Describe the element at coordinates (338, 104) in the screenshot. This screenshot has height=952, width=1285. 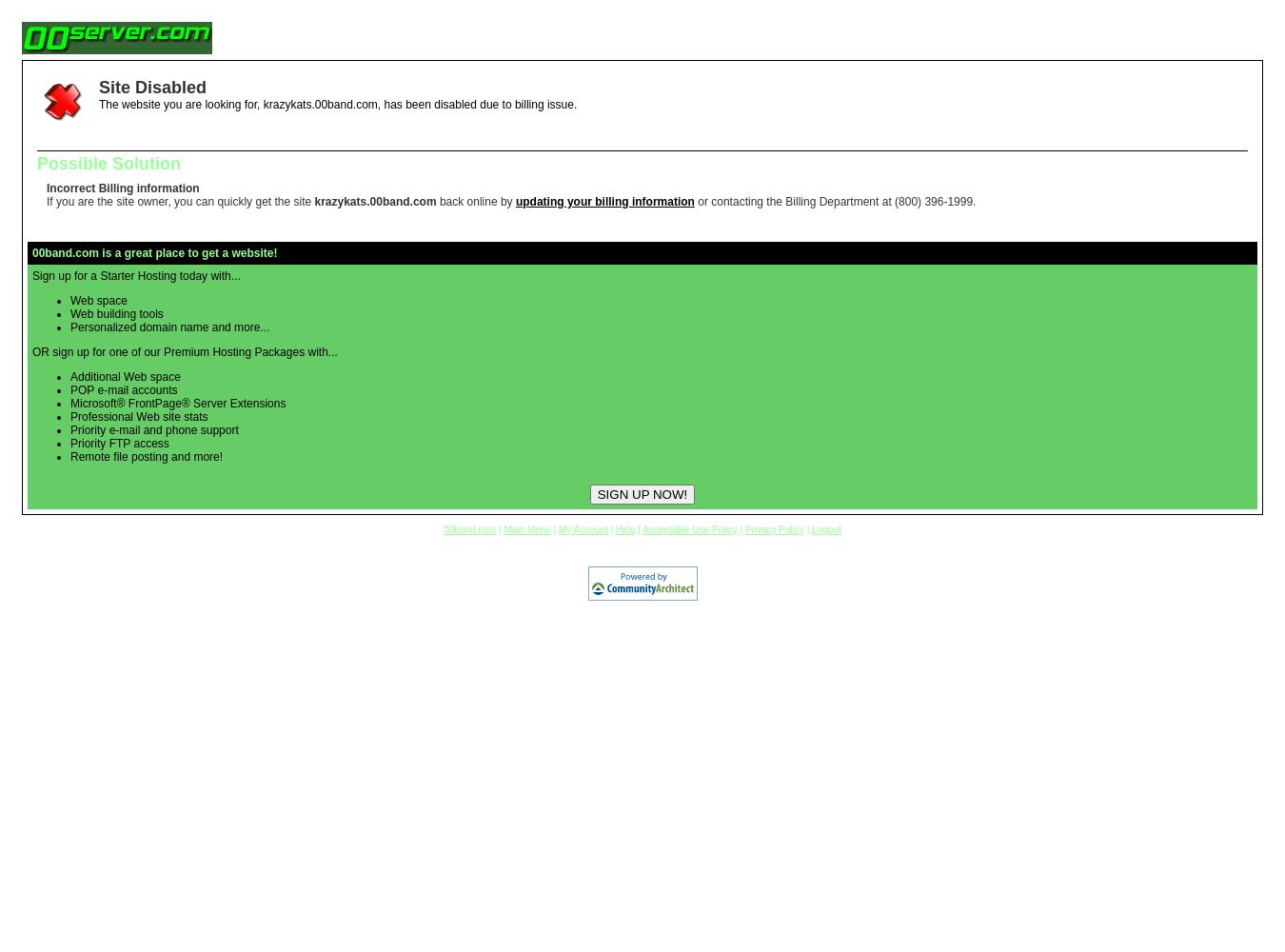
I see `'The website you are looking for, krazykats.00band.com, has been disabled due to billing issue.'` at that location.